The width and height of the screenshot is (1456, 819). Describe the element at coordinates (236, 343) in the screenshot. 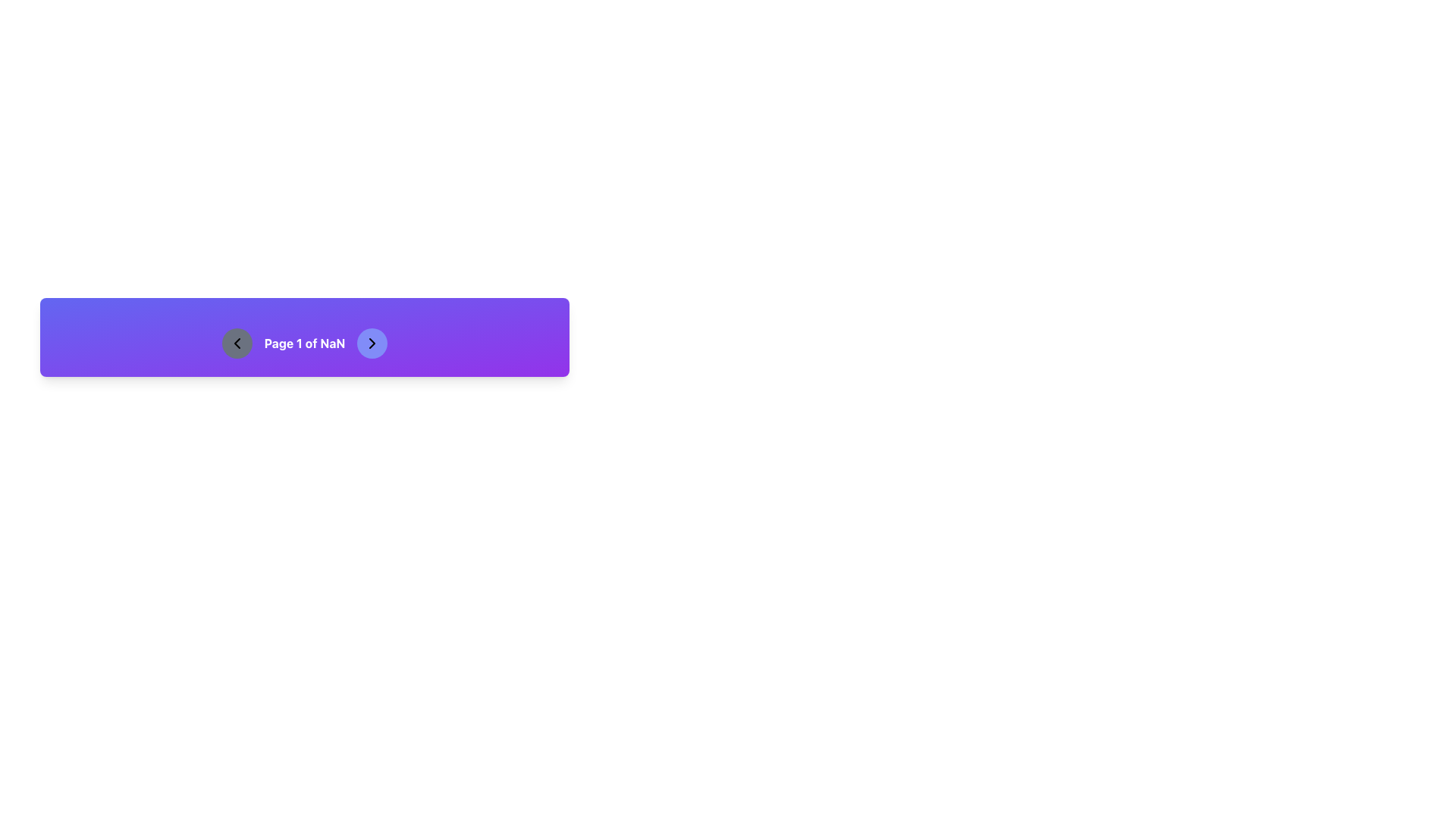

I see `the small circular button with a left-facing chevron icon, which has a grayish background and appears disabled, located to the left of the text 'Page 1 of NaN'` at that location.